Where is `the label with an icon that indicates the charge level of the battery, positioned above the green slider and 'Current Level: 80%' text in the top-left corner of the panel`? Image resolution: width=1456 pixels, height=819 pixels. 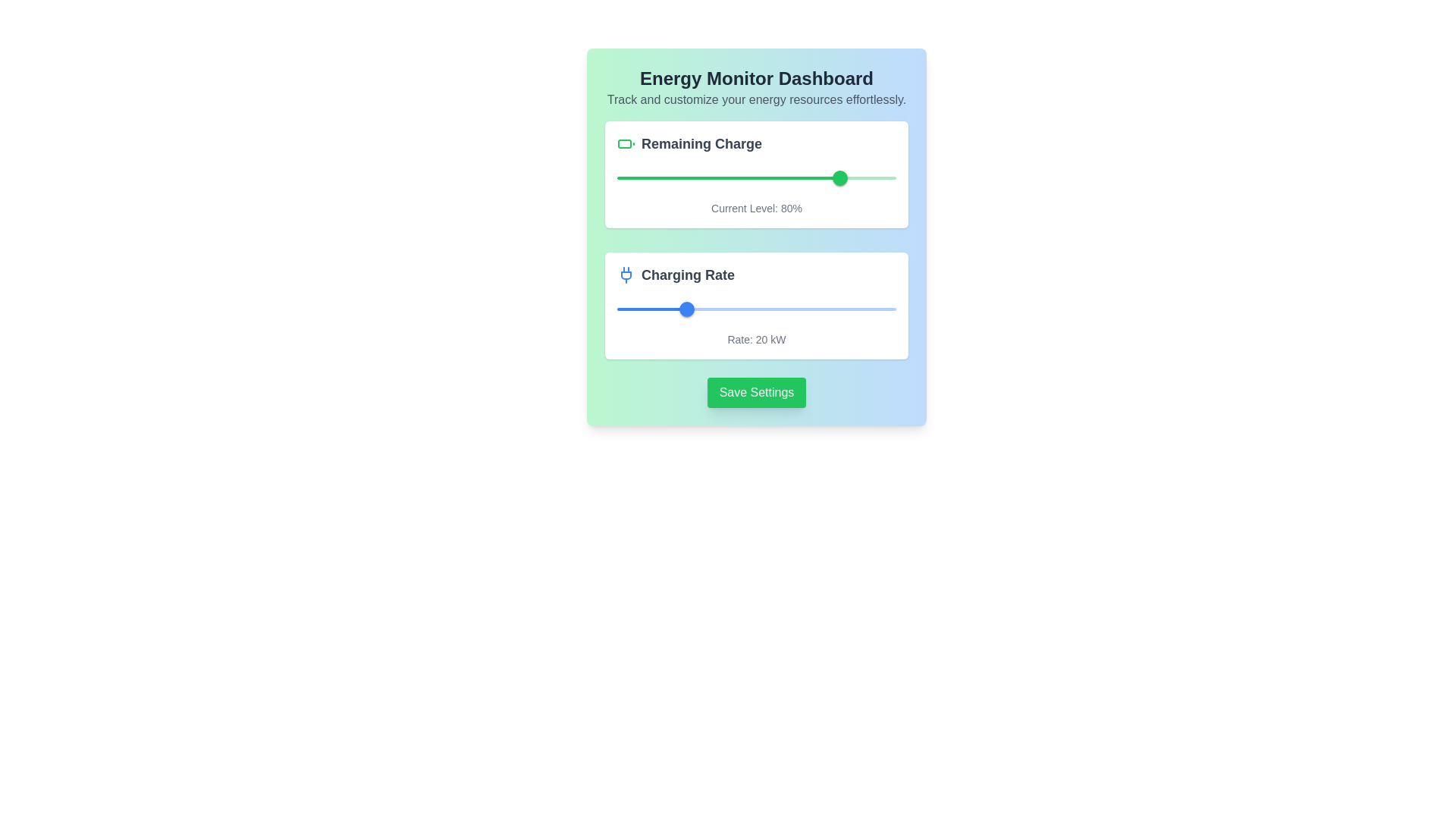 the label with an icon that indicates the charge level of the battery, positioned above the green slider and 'Current Level: 80%' text in the top-left corner of the panel is located at coordinates (757, 143).